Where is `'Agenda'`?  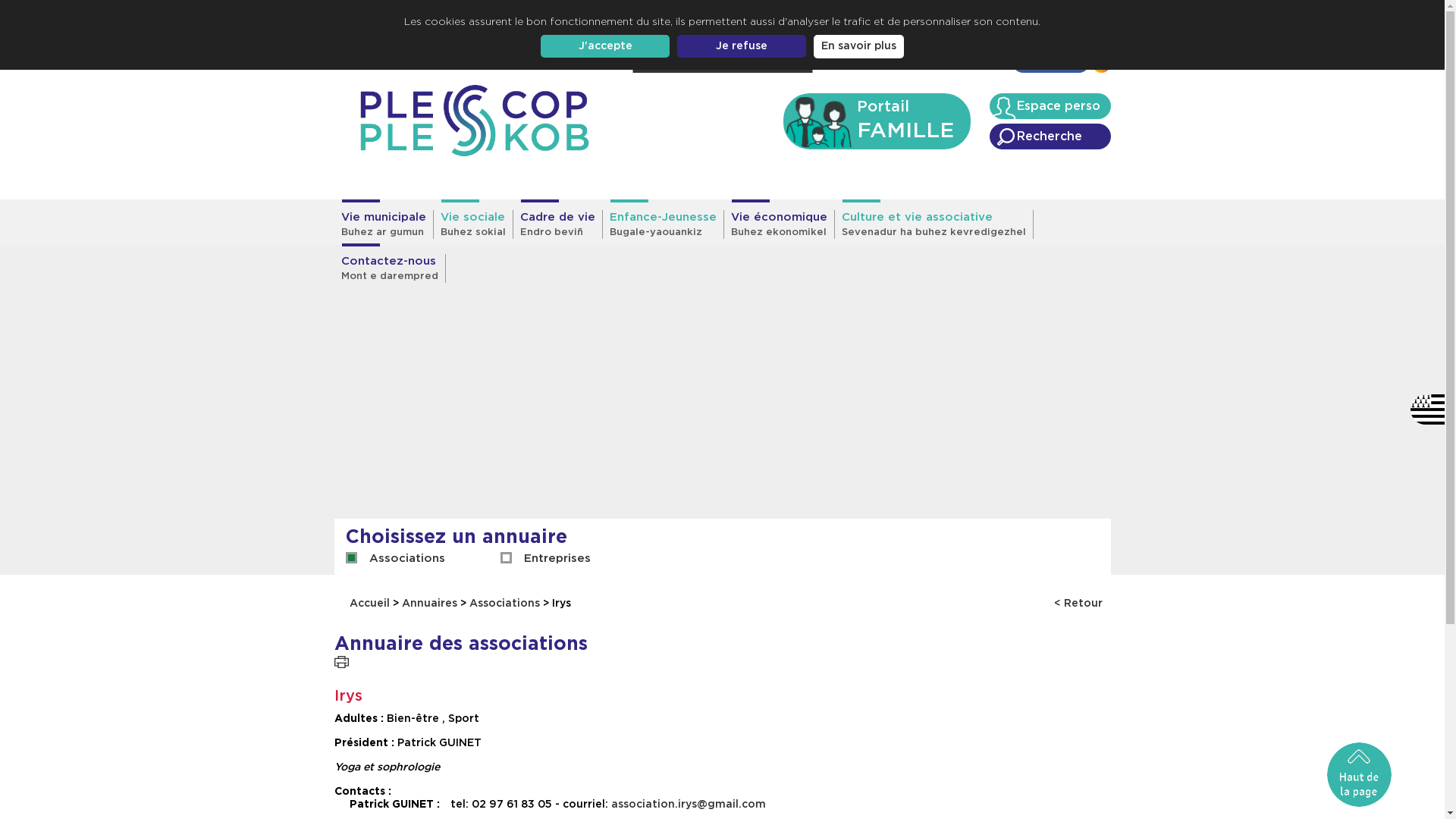 'Agenda' is located at coordinates (980, 63).